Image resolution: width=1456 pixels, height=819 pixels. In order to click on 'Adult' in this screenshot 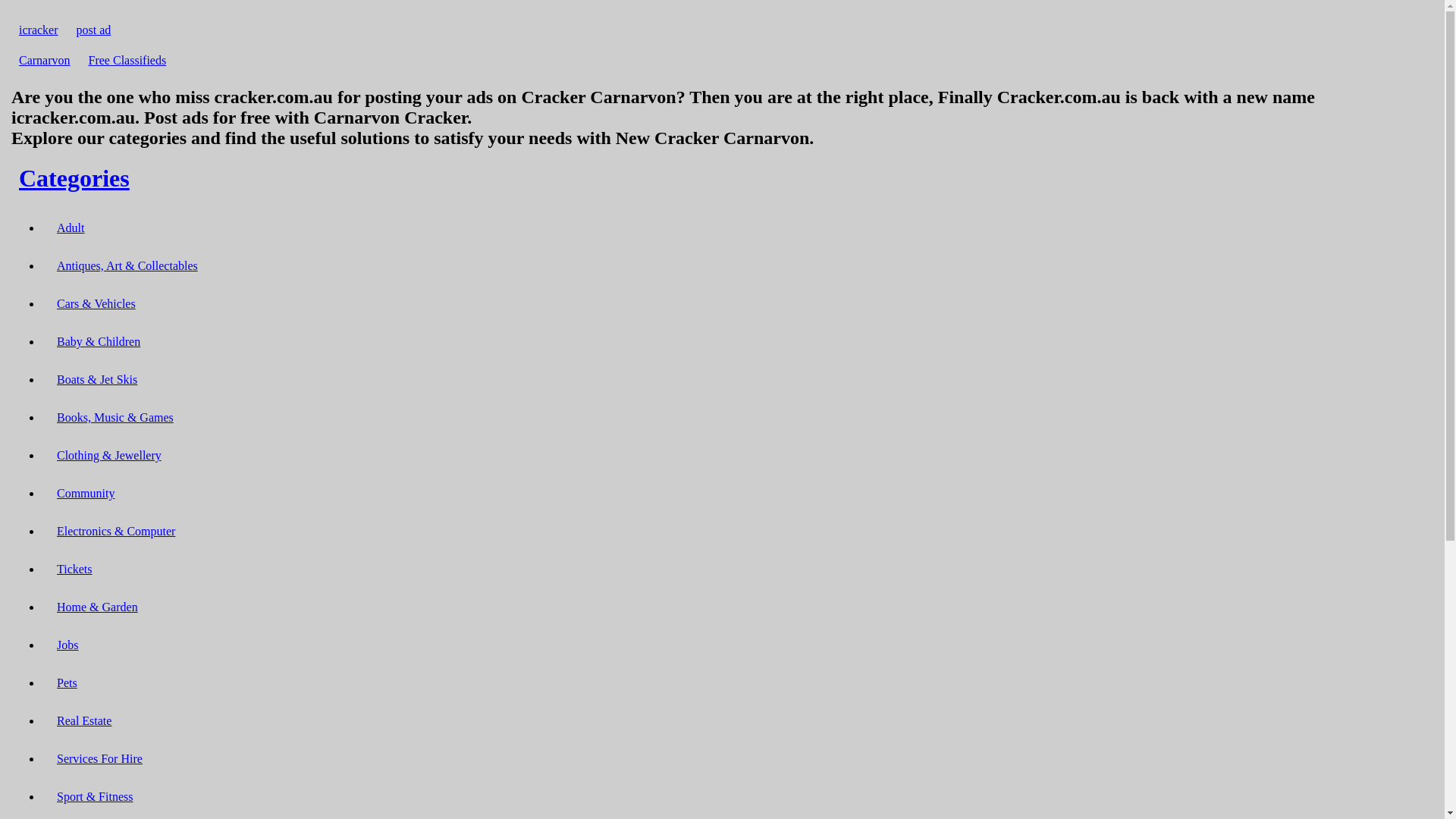, I will do `click(69, 227)`.